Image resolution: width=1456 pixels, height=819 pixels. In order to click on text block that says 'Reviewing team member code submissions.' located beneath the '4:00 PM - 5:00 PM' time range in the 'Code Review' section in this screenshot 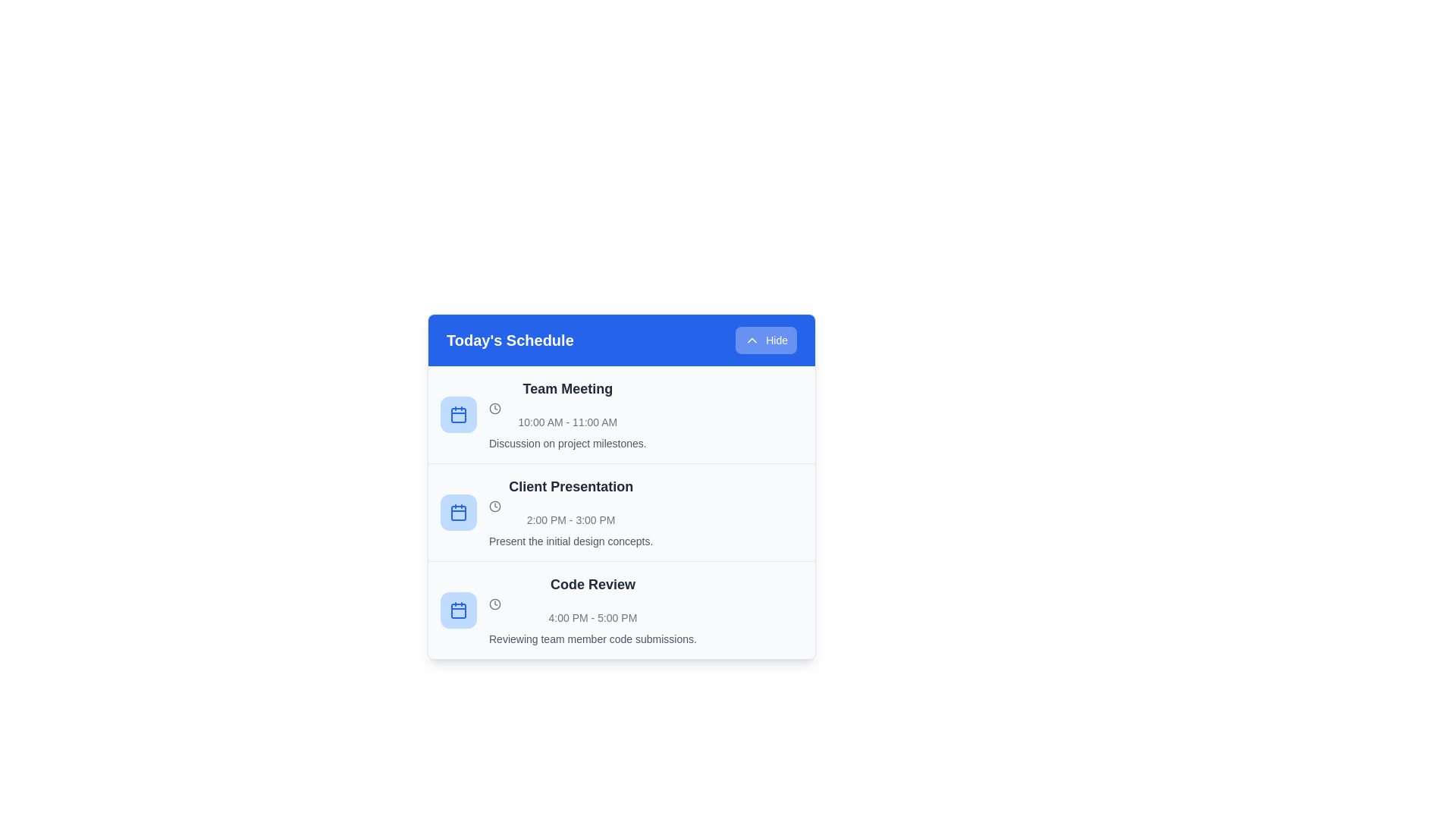, I will do `click(592, 639)`.